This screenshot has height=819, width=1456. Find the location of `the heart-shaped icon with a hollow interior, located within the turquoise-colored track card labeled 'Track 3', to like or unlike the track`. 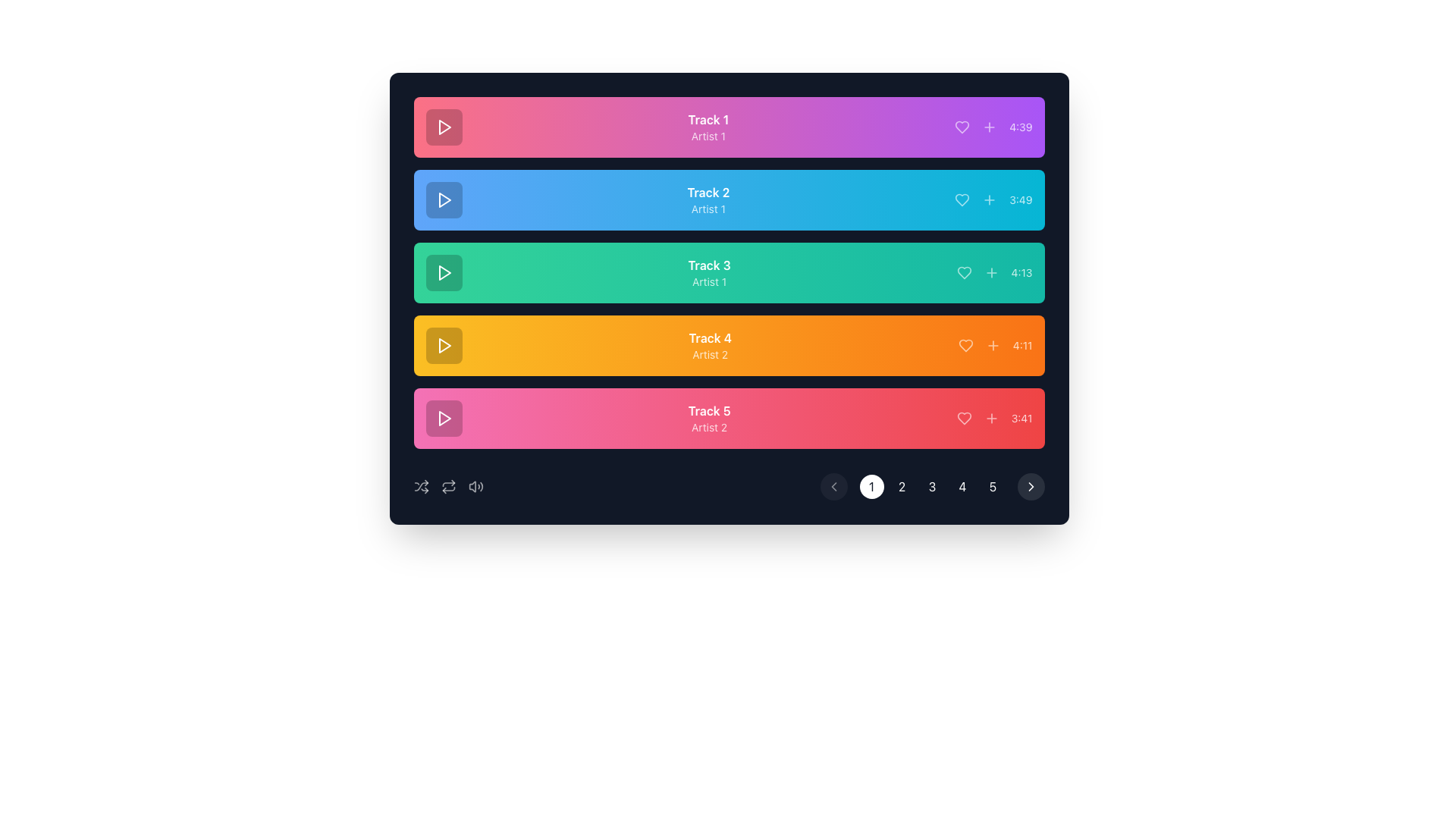

the heart-shaped icon with a hollow interior, located within the turquoise-colored track card labeled 'Track 3', to like or unlike the track is located at coordinates (963, 271).